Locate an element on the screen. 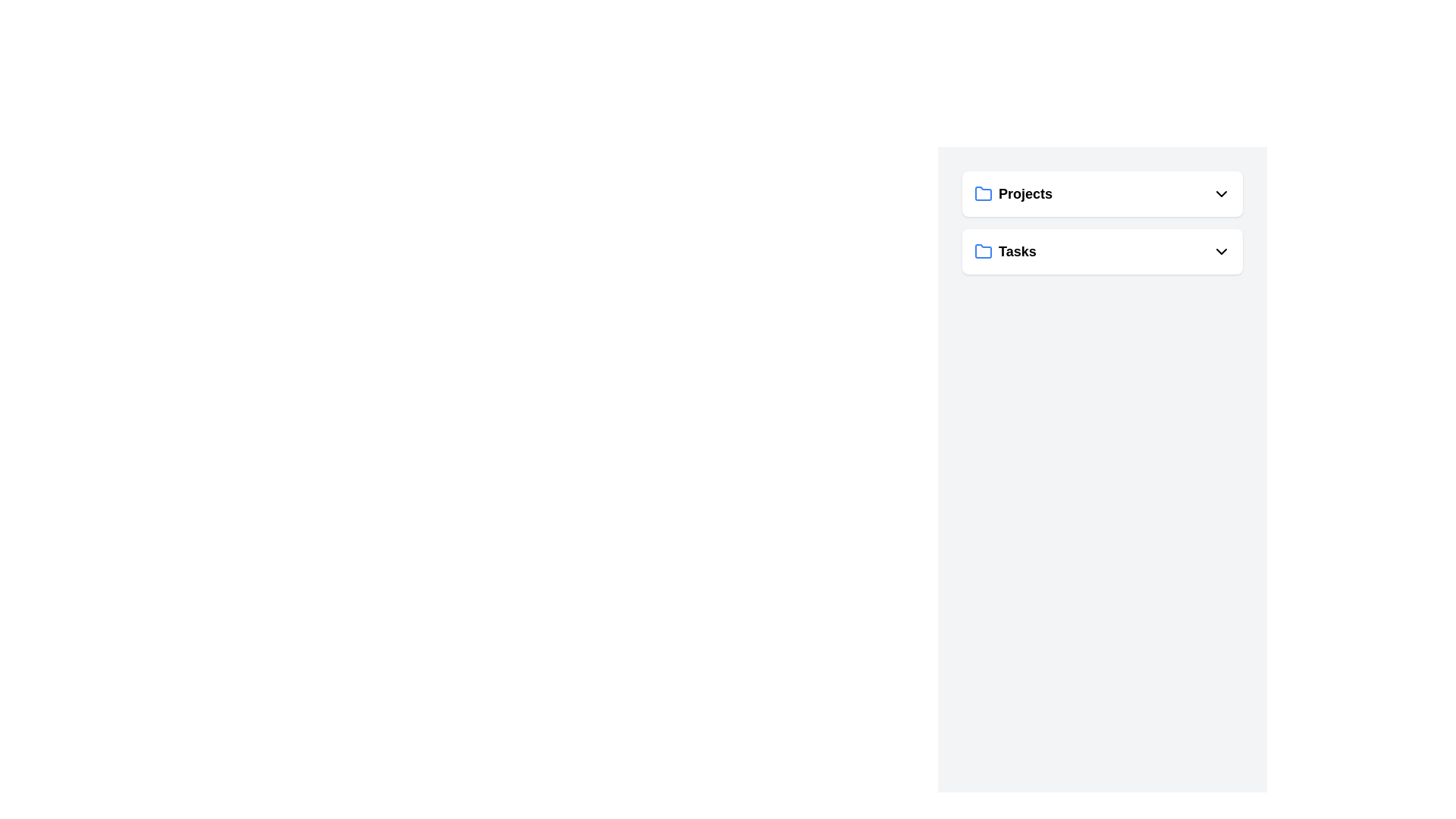 This screenshot has width=1456, height=819. the Navigation Button located below the 'Projects' element is located at coordinates (1005, 250).